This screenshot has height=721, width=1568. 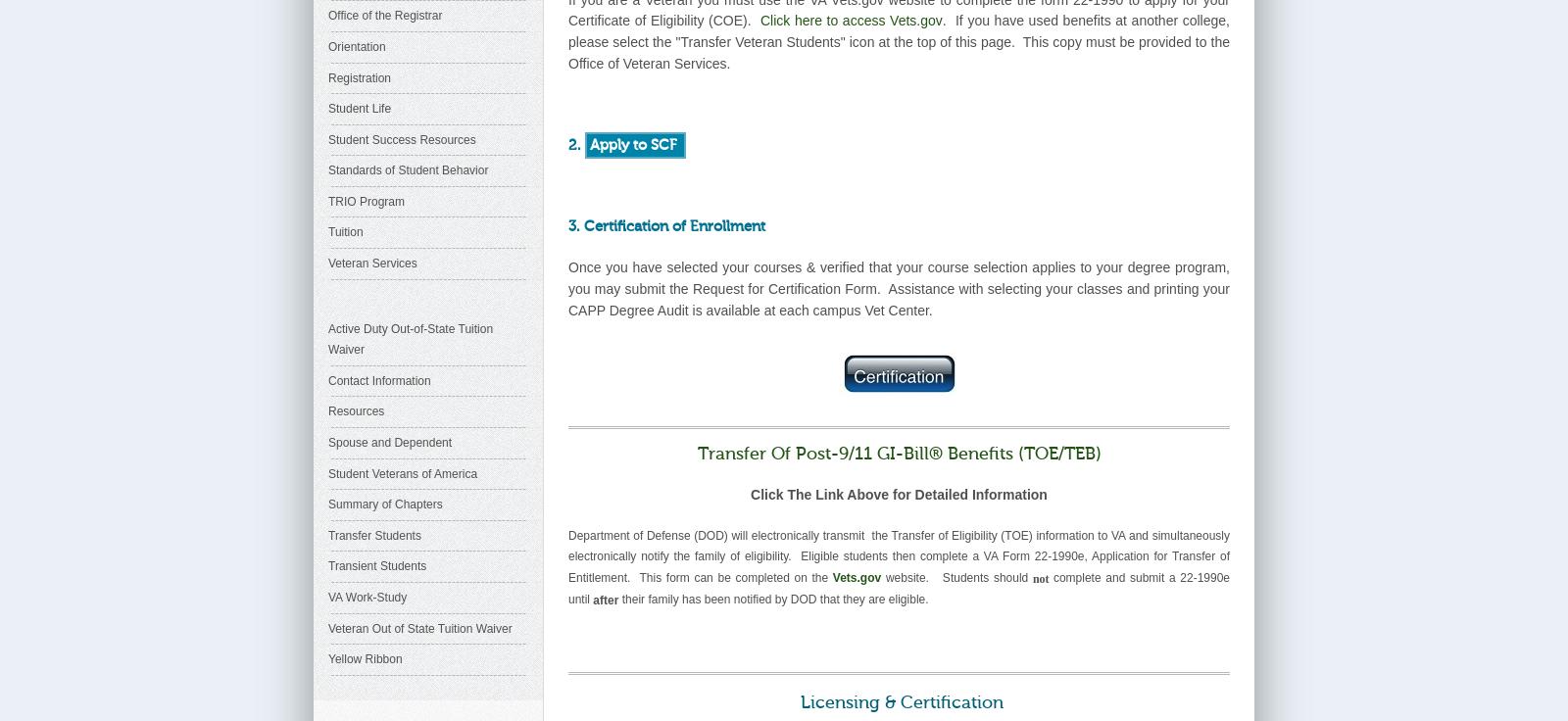 I want to click on 'Vets.gov', so click(x=856, y=576).